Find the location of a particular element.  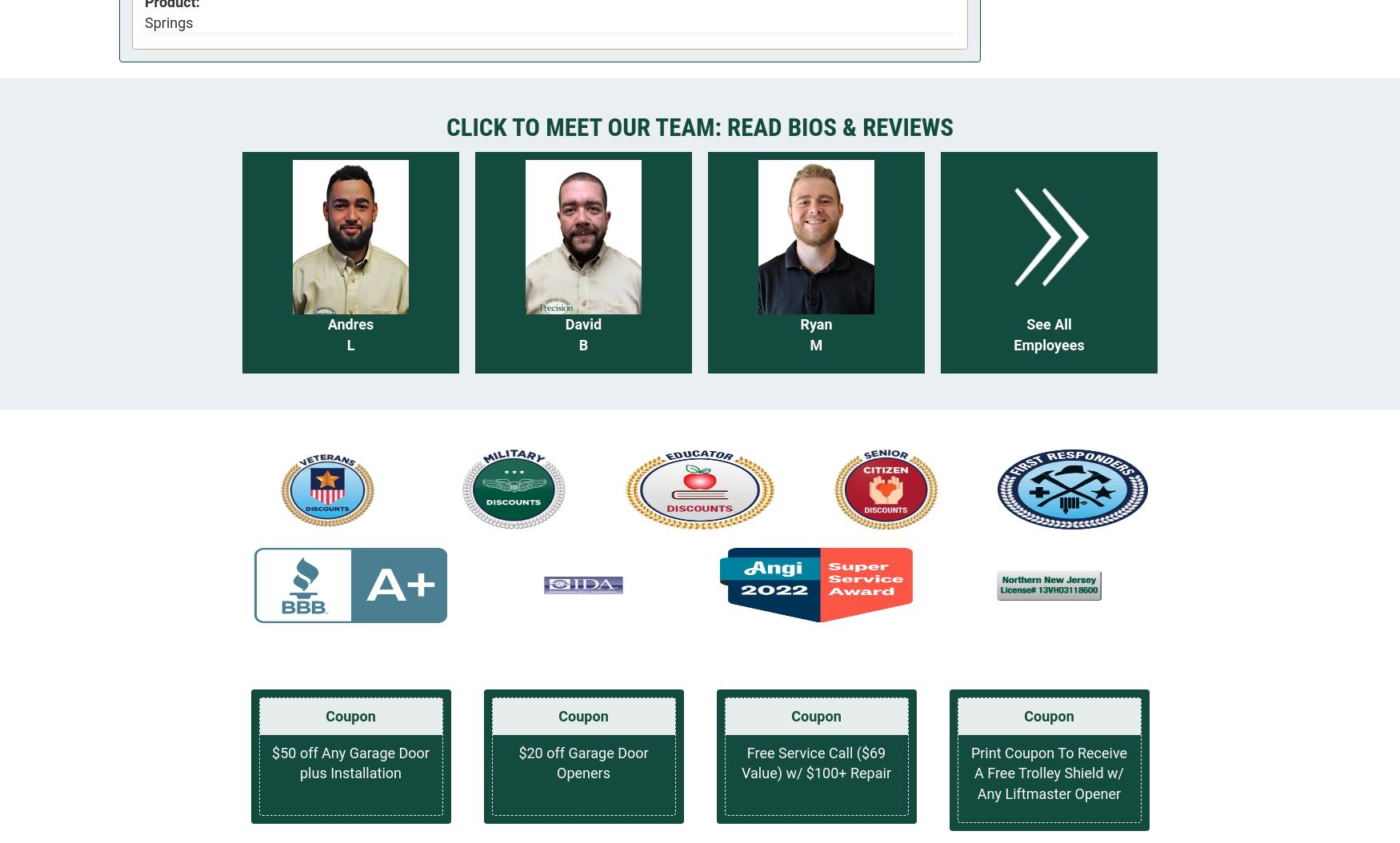

'See All' is located at coordinates (1047, 323).